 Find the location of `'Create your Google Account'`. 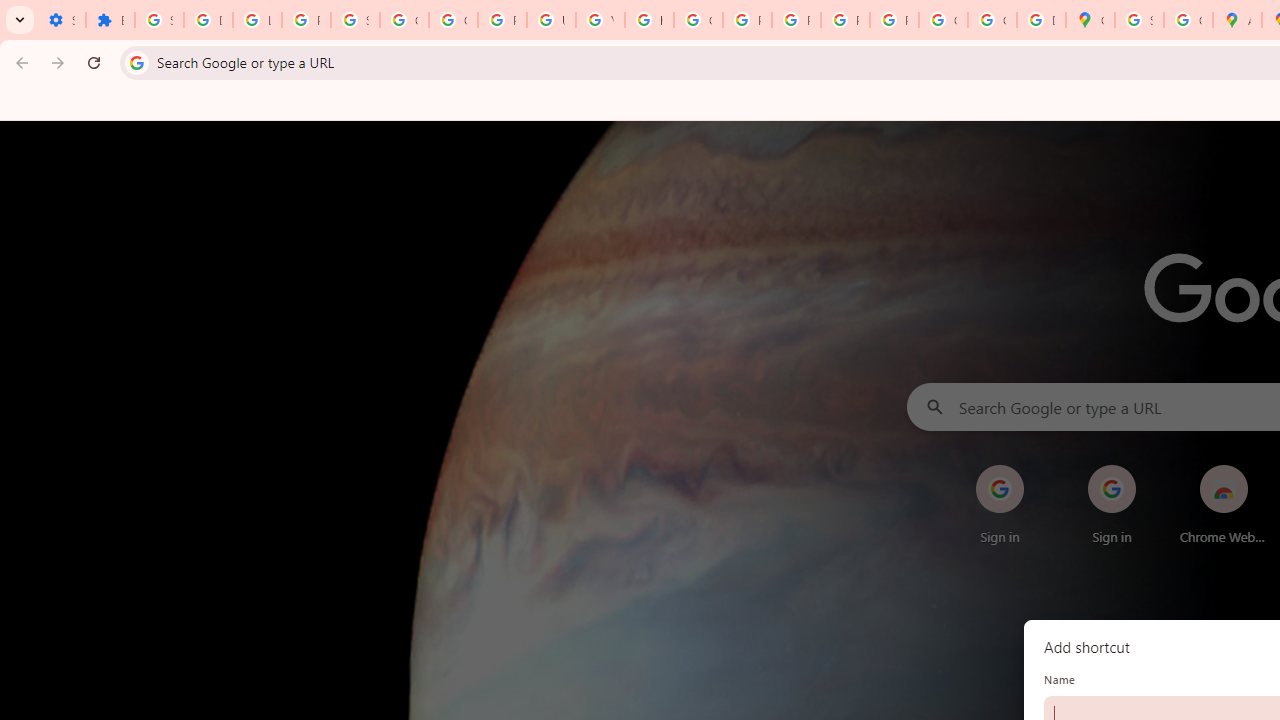

'Create your Google Account' is located at coordinates (1188, 20).